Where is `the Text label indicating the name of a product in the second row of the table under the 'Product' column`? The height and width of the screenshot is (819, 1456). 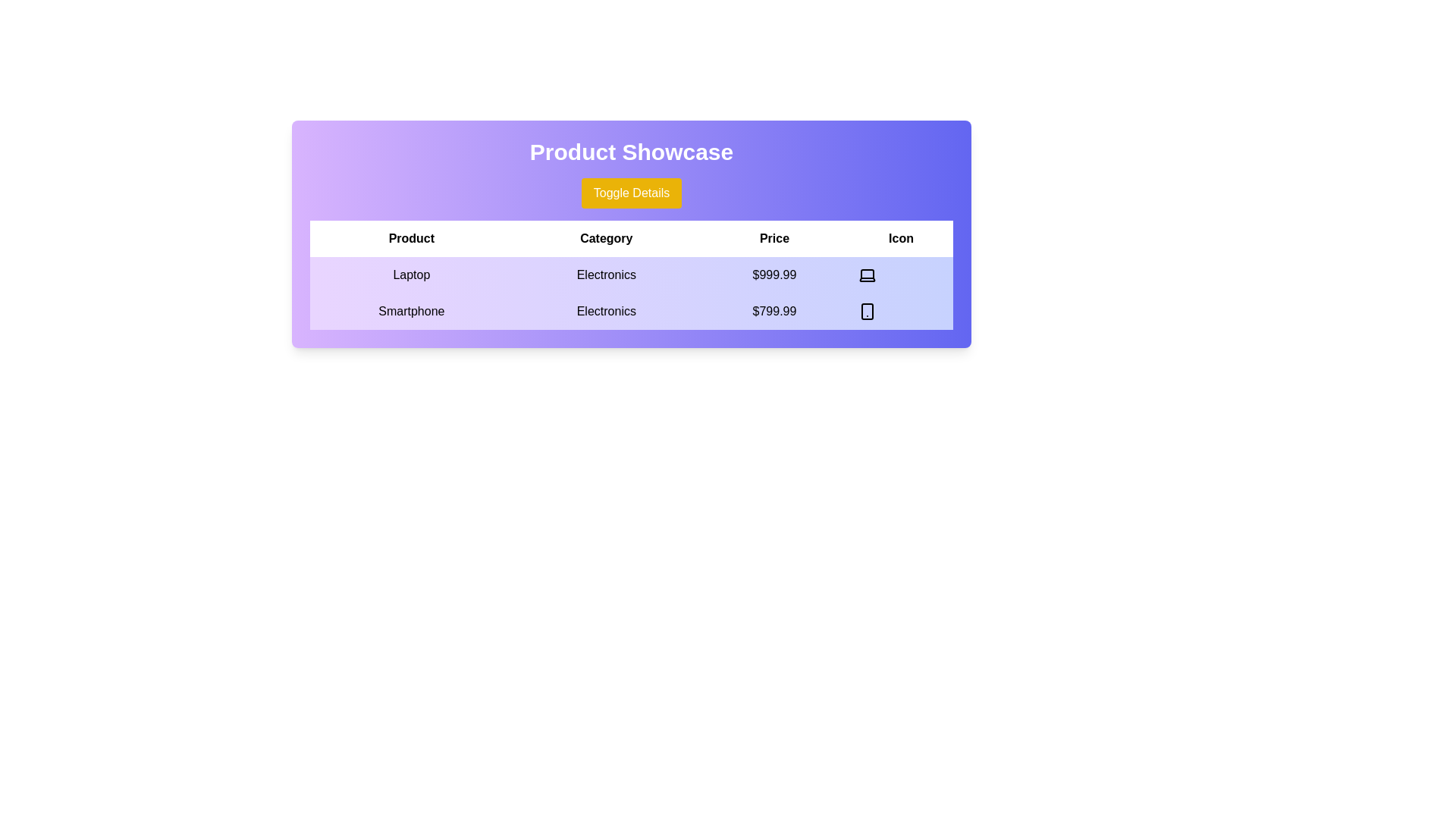 the Text label indicating the name of a product in the second row of the table under the 'Product' column is located at coordinates (411, 311).